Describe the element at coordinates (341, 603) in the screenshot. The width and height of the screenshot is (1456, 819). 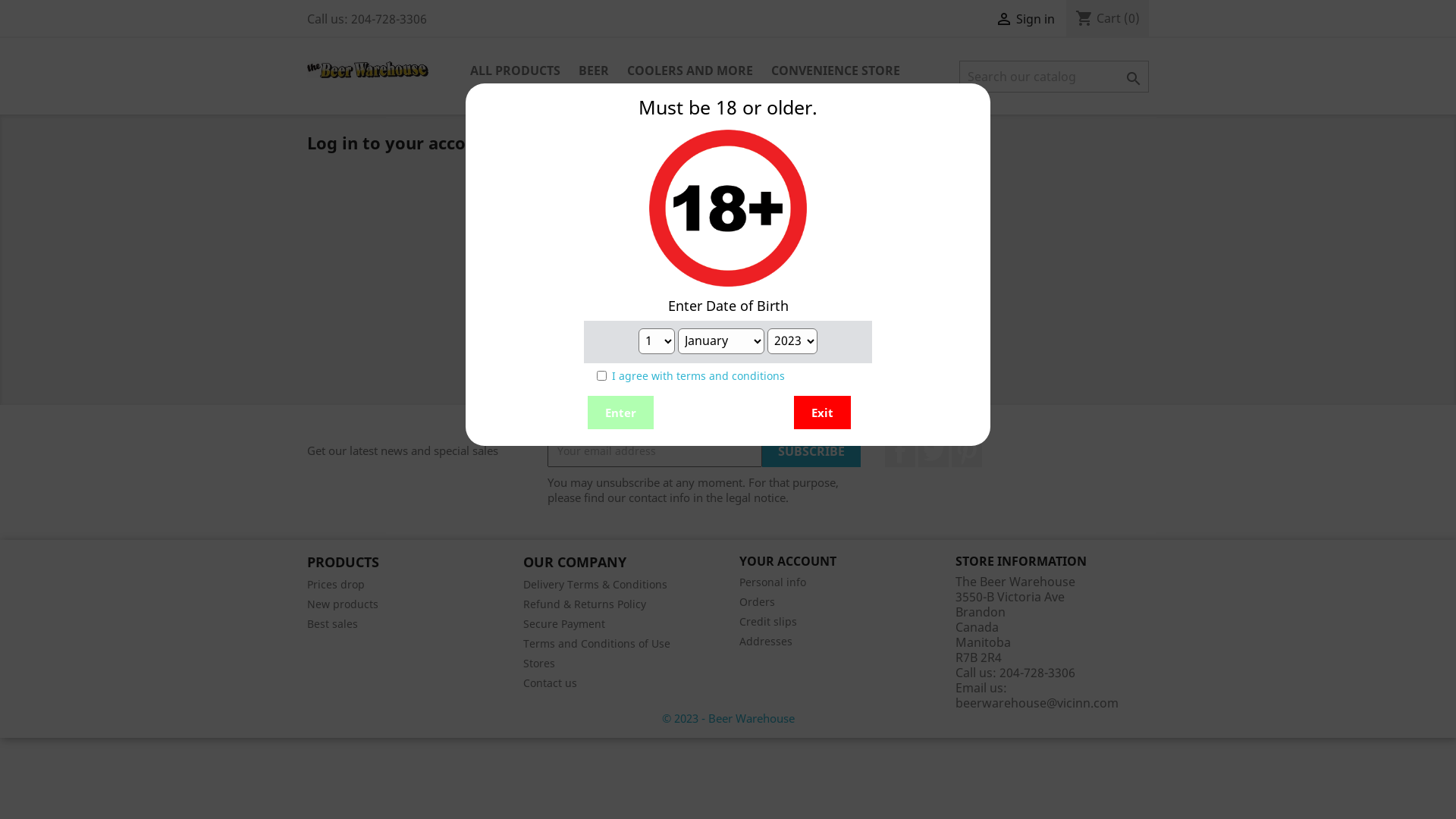
I see `'New products'` at that location.